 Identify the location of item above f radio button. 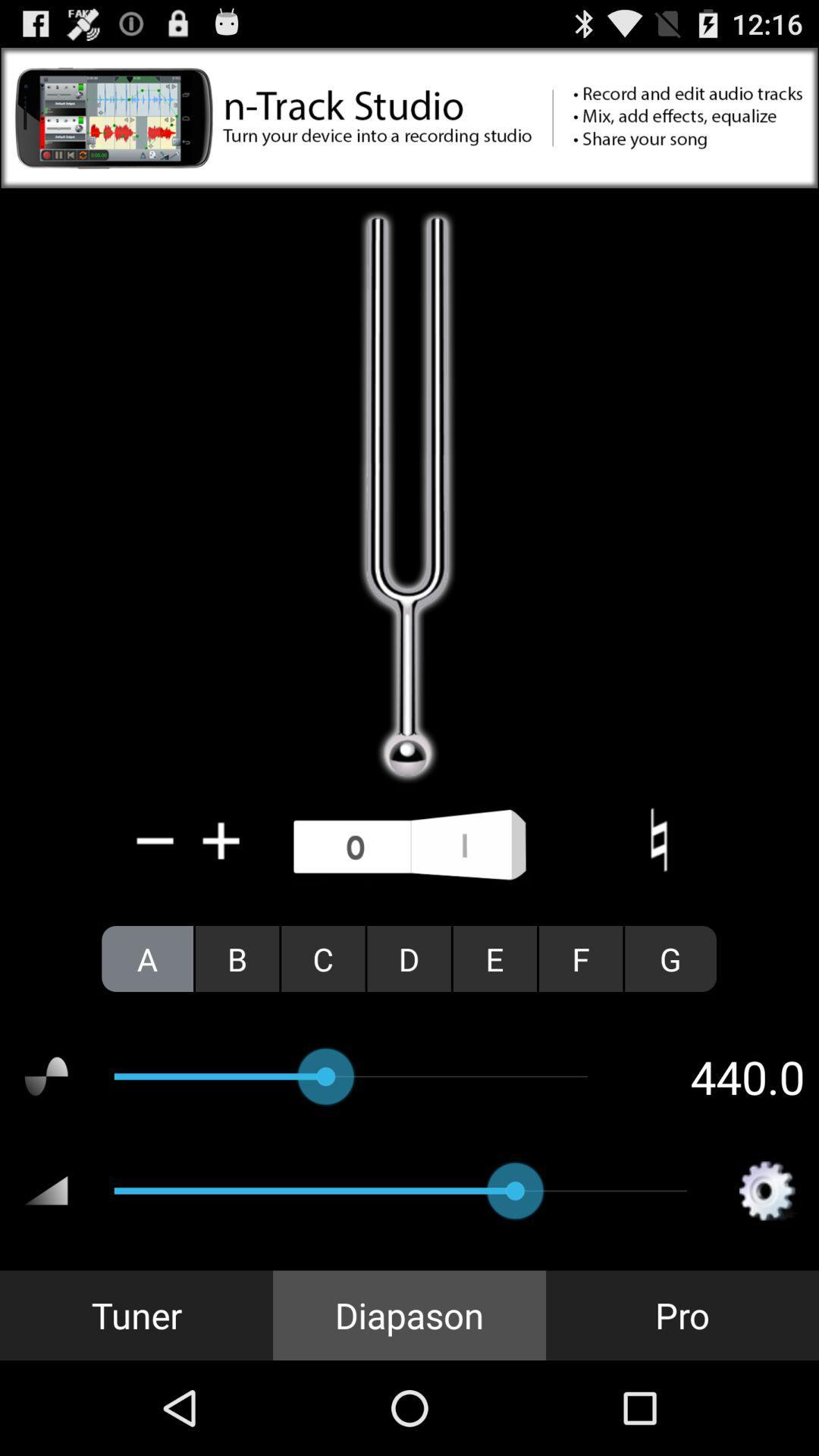
(657, 839).